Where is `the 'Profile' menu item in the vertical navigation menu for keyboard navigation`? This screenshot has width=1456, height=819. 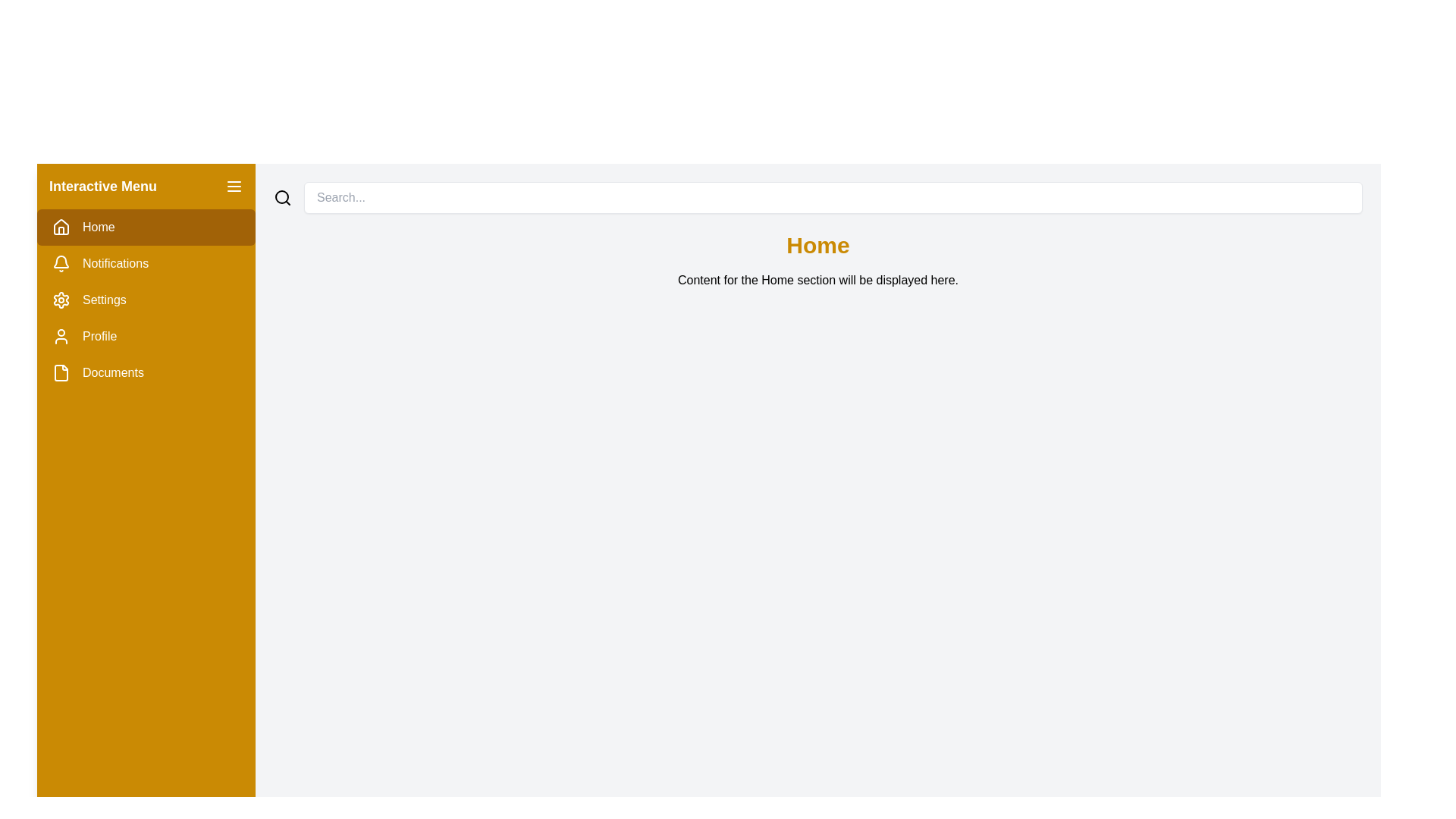
the 'Profile' menu item in the vertical navigation menu for keyboard navigation is located at coordinates (146, 335).